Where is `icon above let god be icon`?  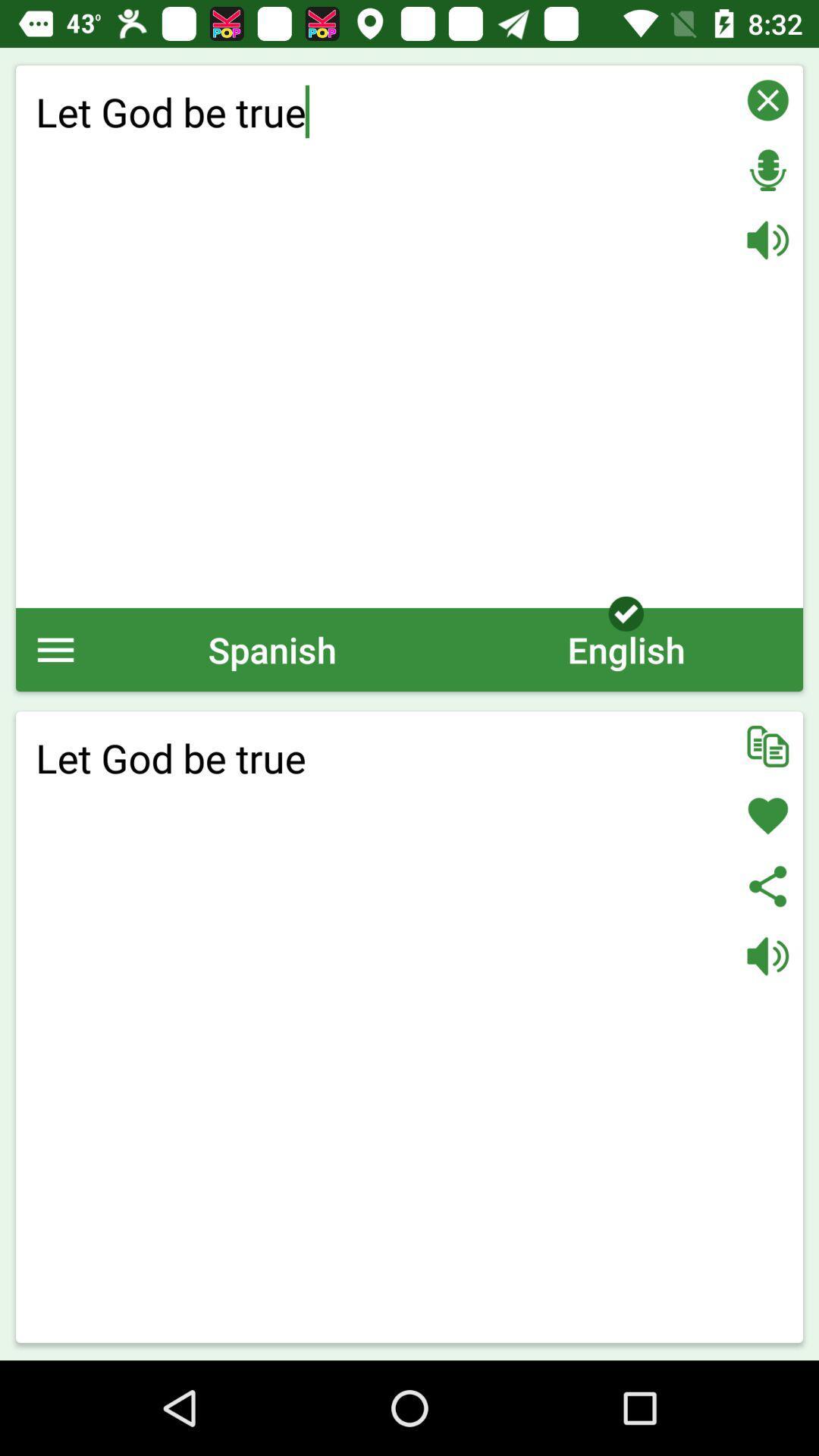
icon above let god be icon is located at coordinates (271, 649).